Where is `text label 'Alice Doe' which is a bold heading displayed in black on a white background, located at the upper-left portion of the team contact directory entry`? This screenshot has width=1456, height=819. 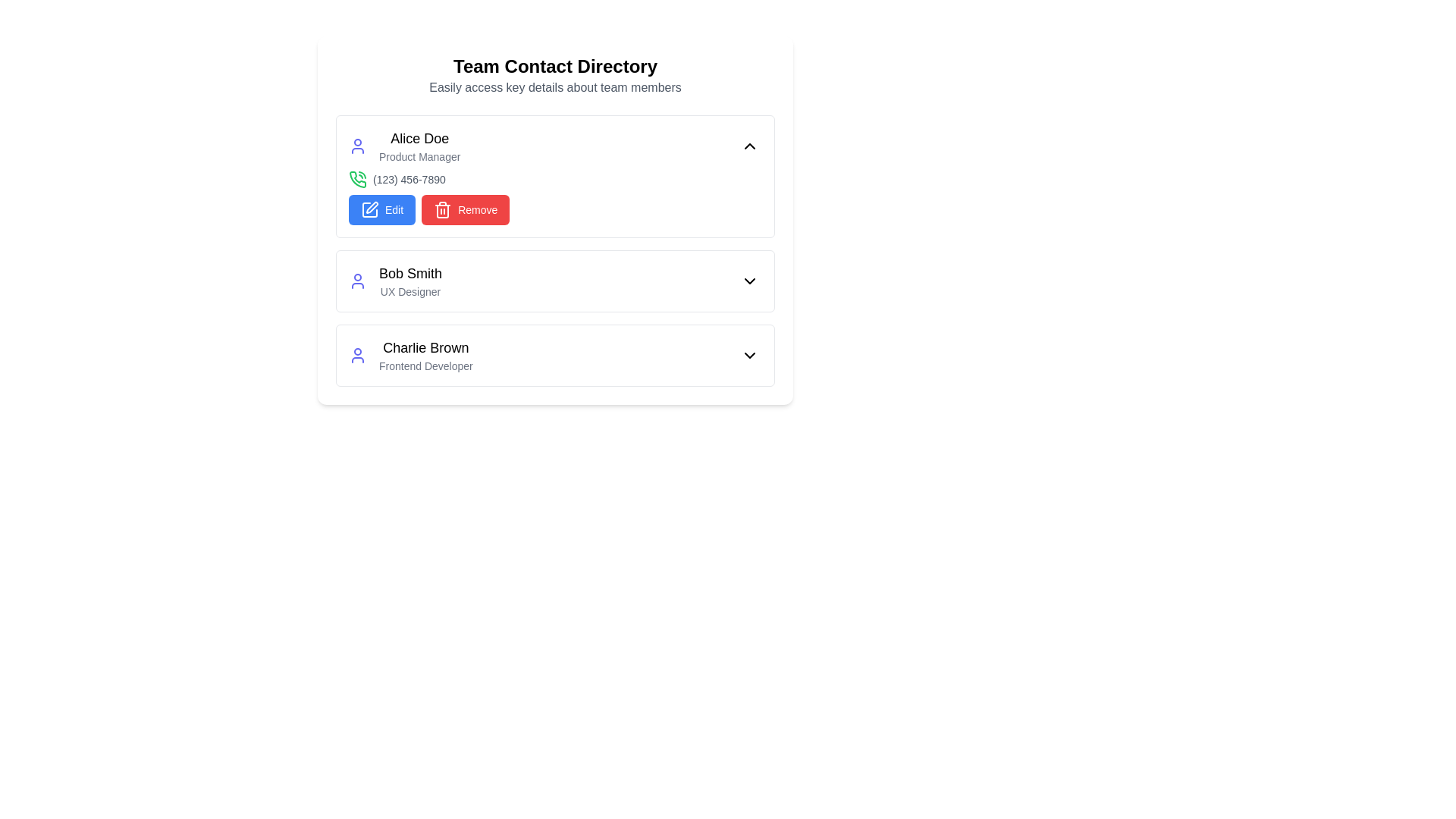
text label 'Alice Doe' which is a bold heading displayed in black on a white background, located at the upper-left portion of the team contact directory entry is located at coordinates (419, 138).